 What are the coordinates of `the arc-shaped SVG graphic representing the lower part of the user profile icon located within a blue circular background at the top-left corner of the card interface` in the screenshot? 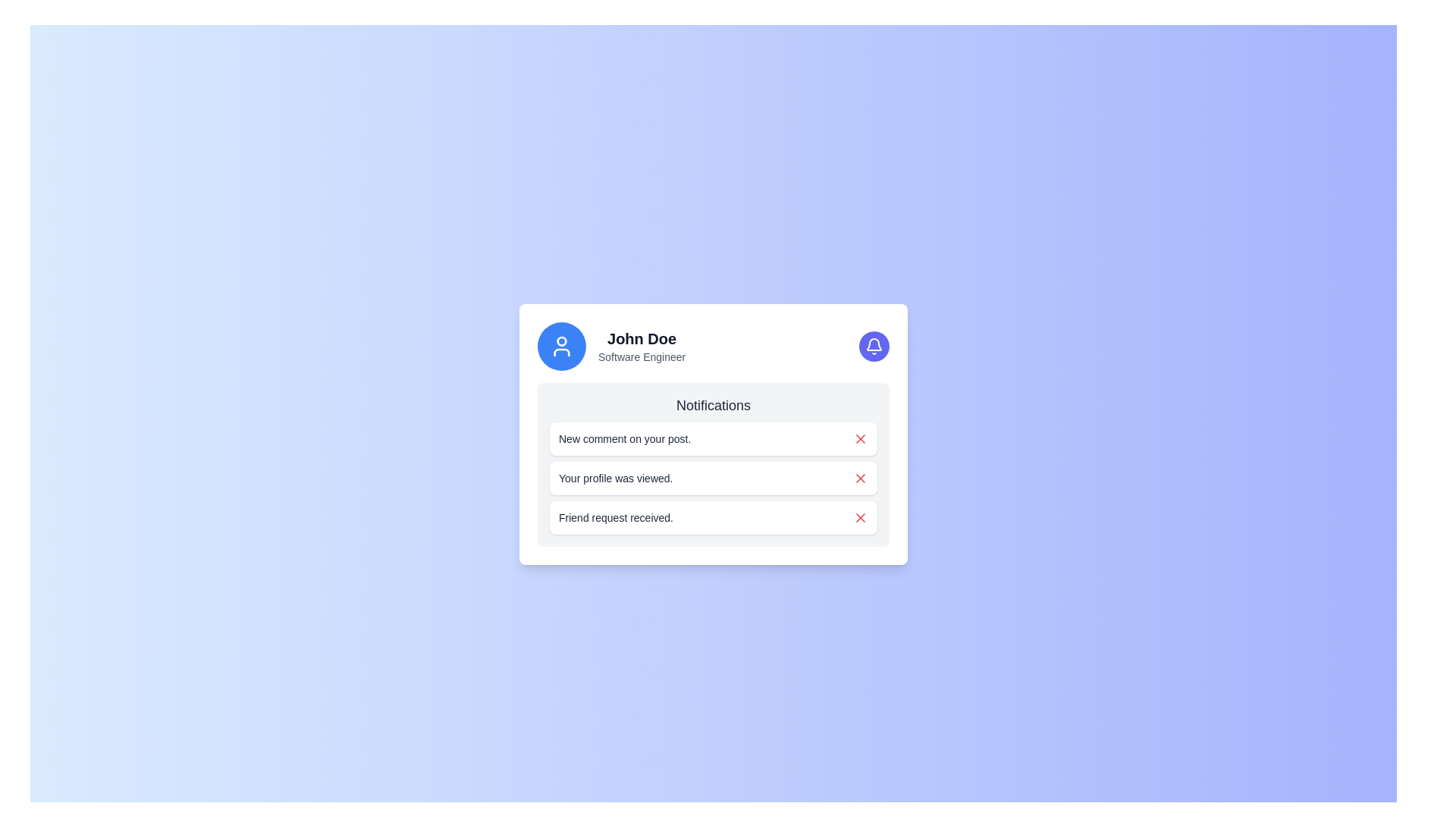 It's located at (560, 353).